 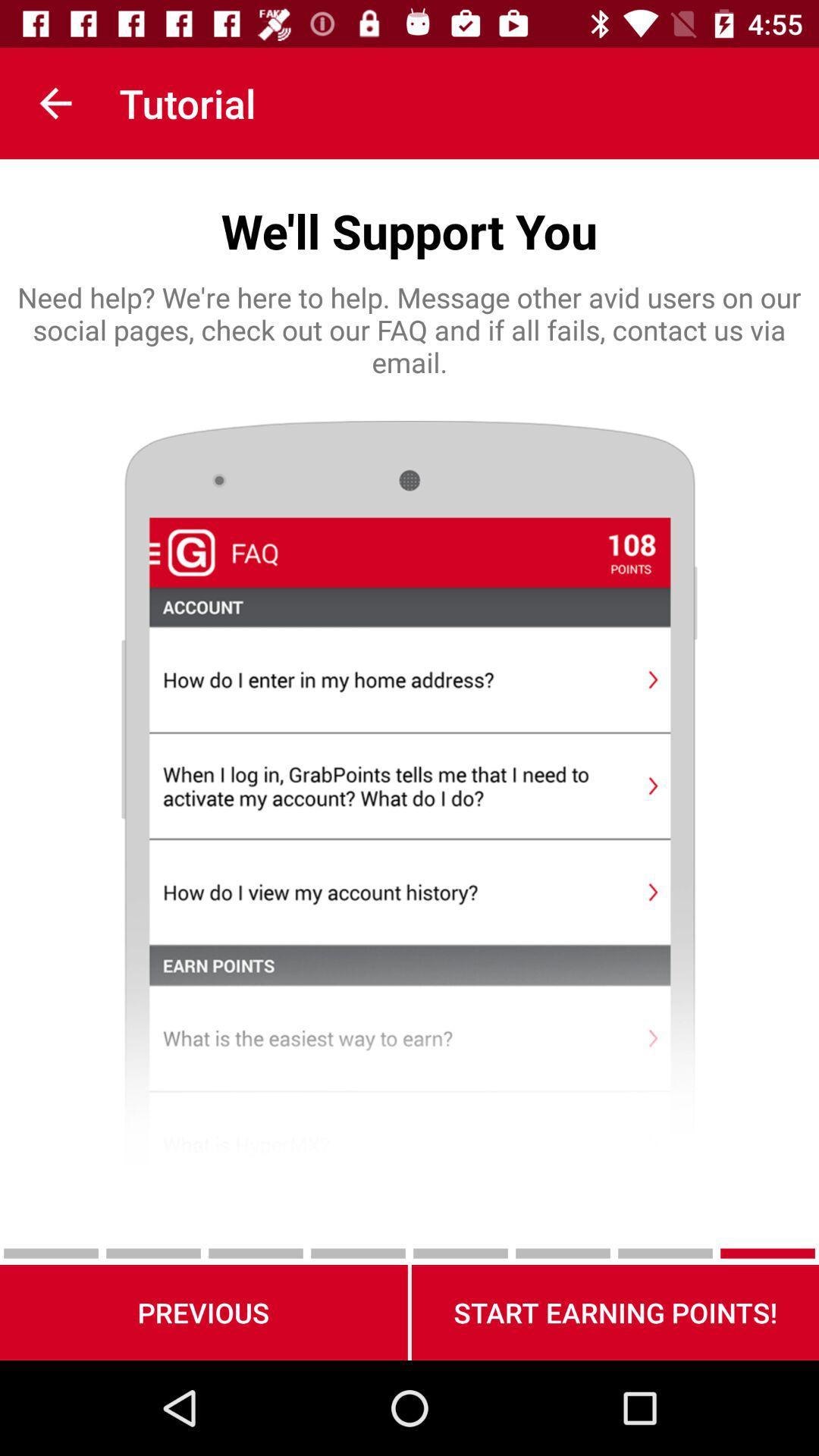 I want to click on the icon to the left of tutorial item, so click(x=55, y=102).